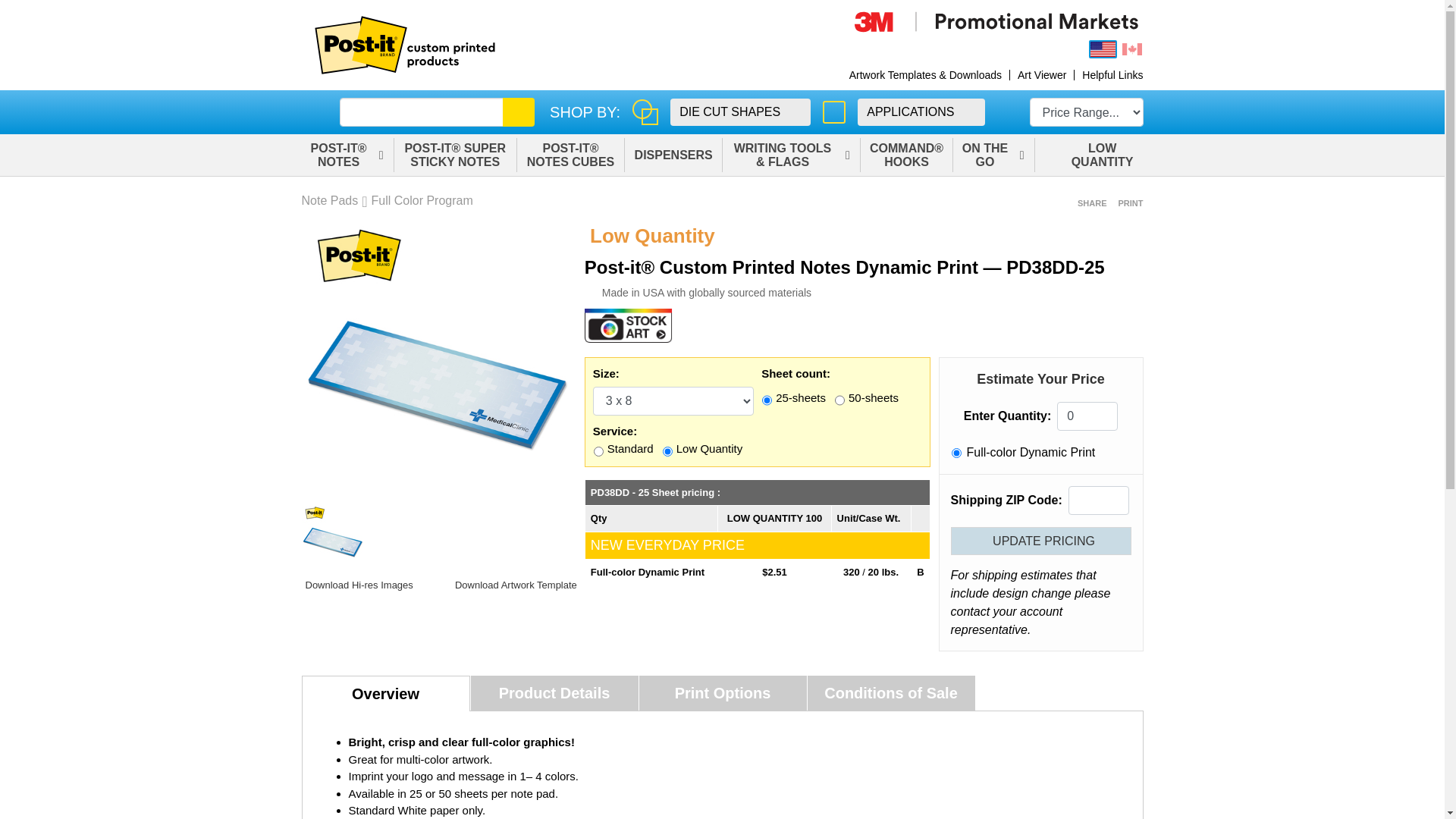 This screenshot has width=1456, height=819. I want to click on 'APPLICATIONS', so click(920, 111).